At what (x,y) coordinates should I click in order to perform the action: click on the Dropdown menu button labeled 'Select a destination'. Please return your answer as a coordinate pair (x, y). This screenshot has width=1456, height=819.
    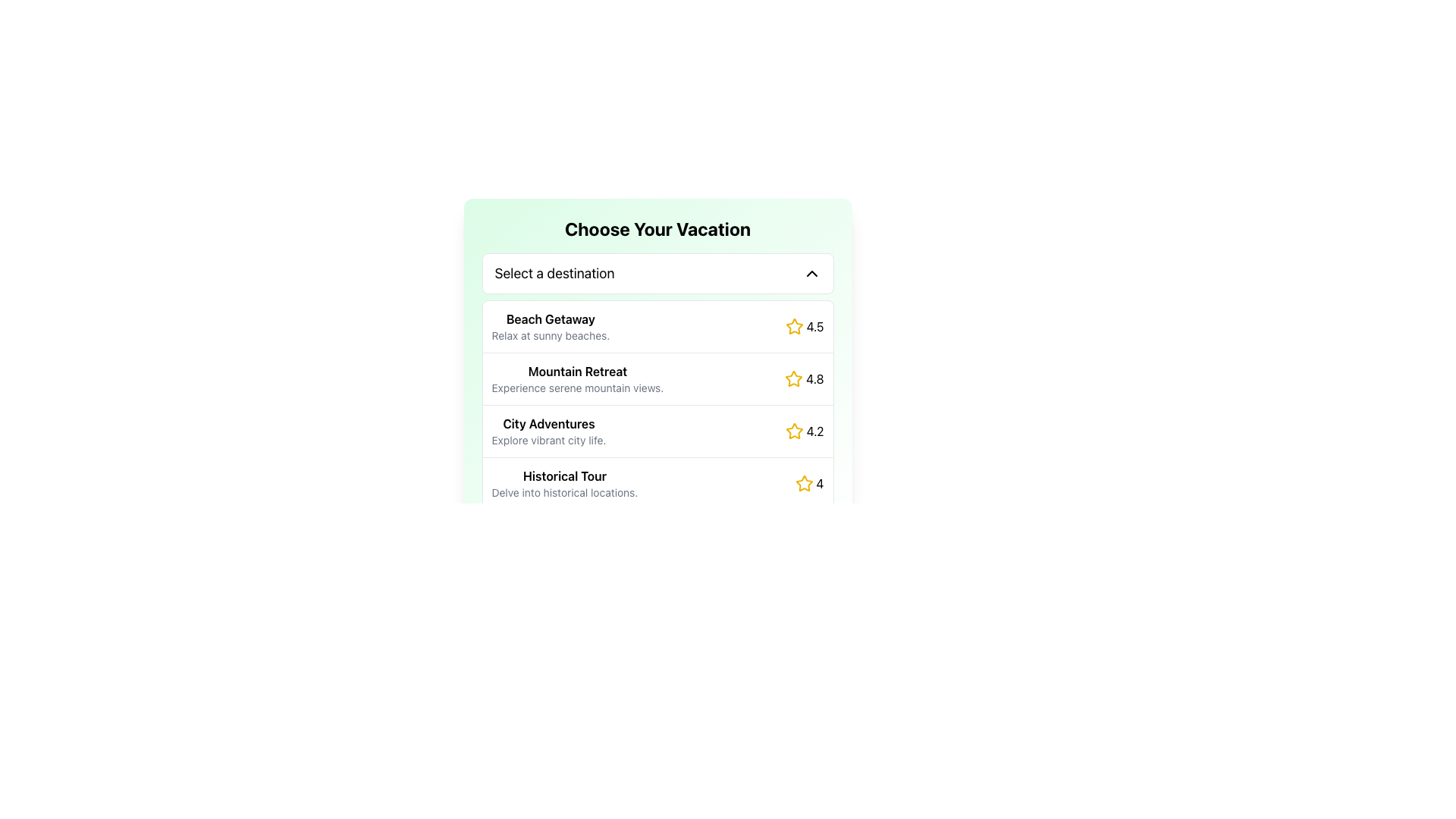
    Looking at the image, I should click on (657, 274).